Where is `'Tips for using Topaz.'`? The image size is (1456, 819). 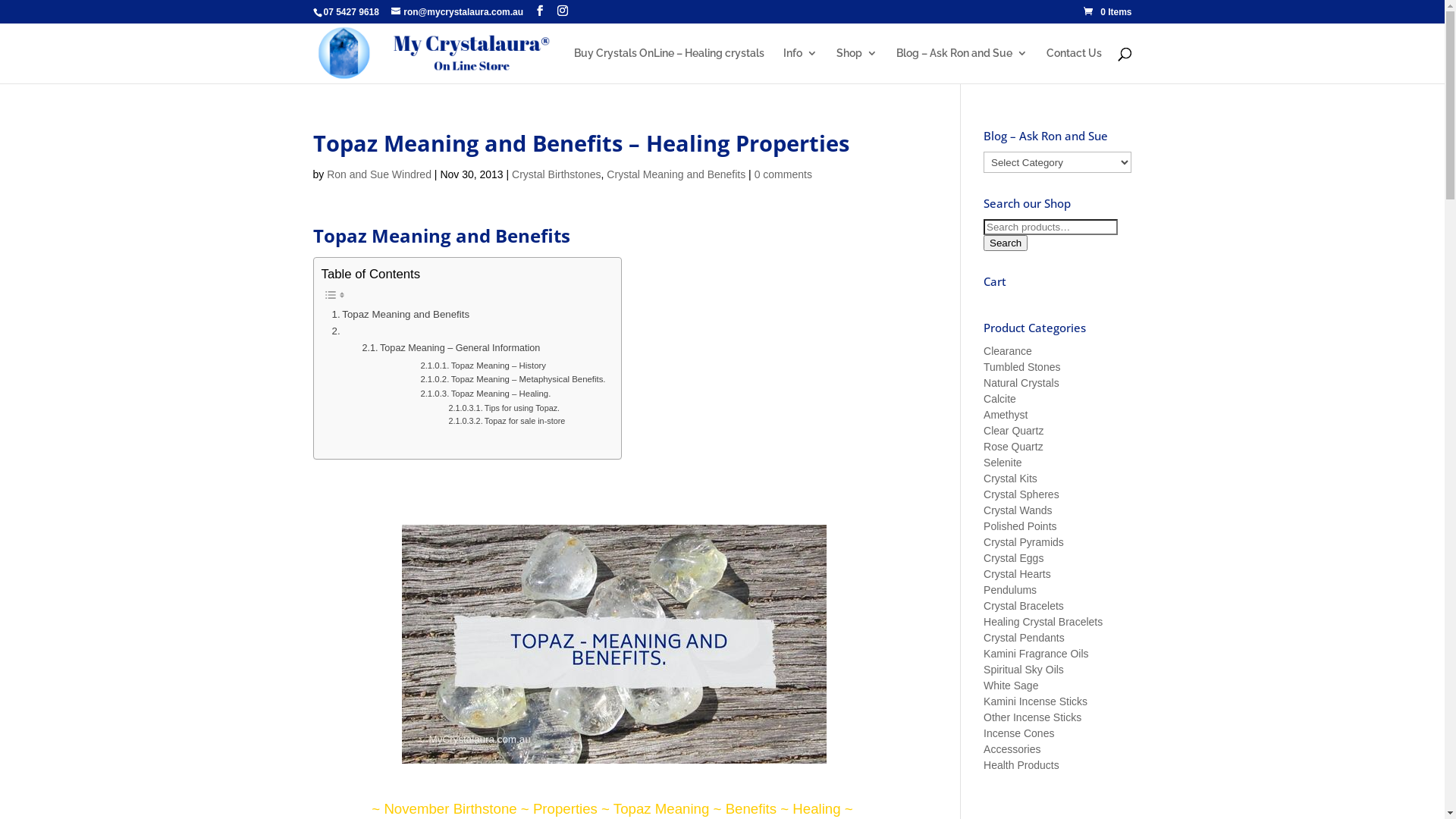 'Tips for using Topaz.' is located at coordinates (447, 407).